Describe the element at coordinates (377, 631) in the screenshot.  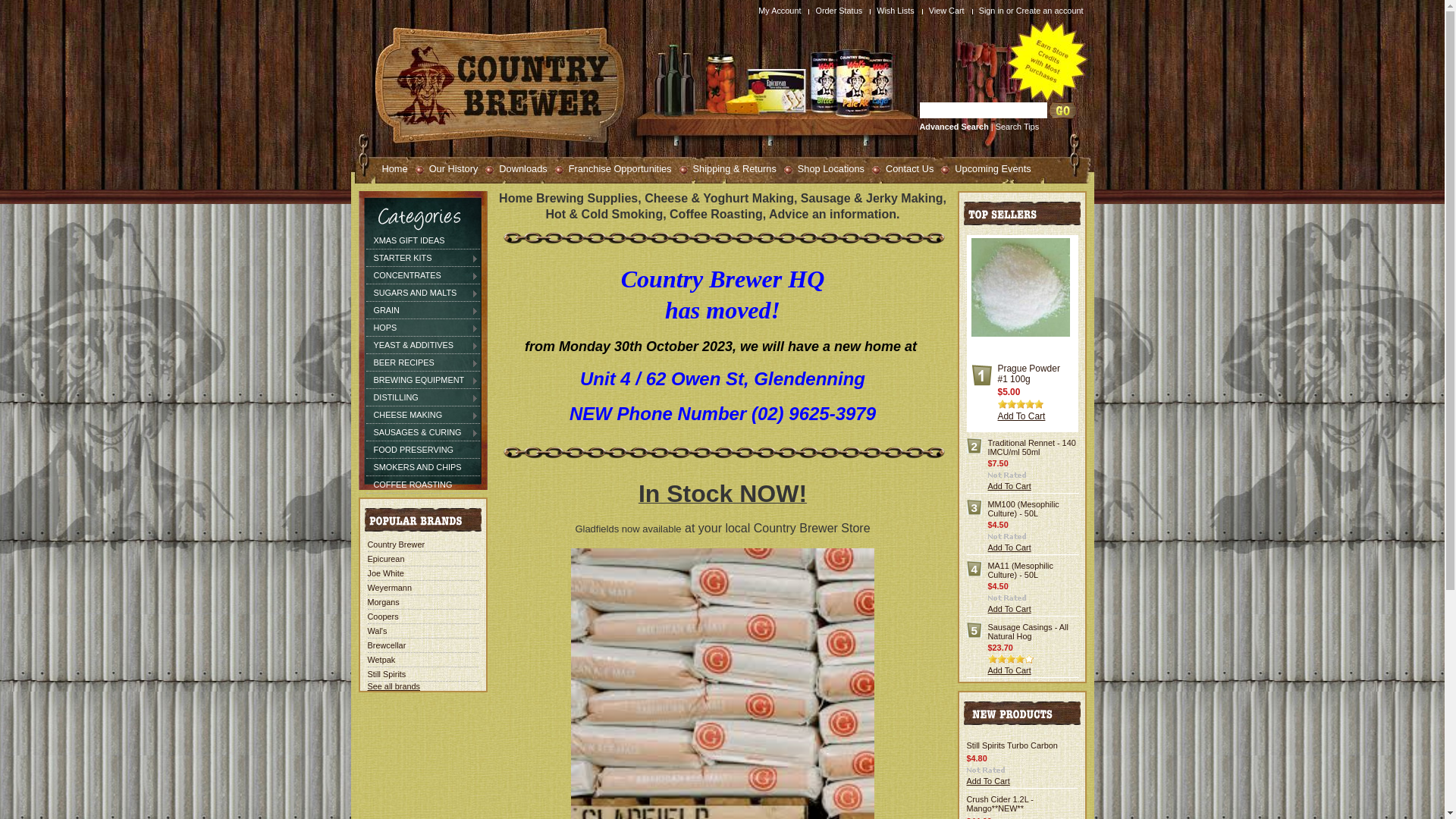
I see `'Wal's'` at that location.